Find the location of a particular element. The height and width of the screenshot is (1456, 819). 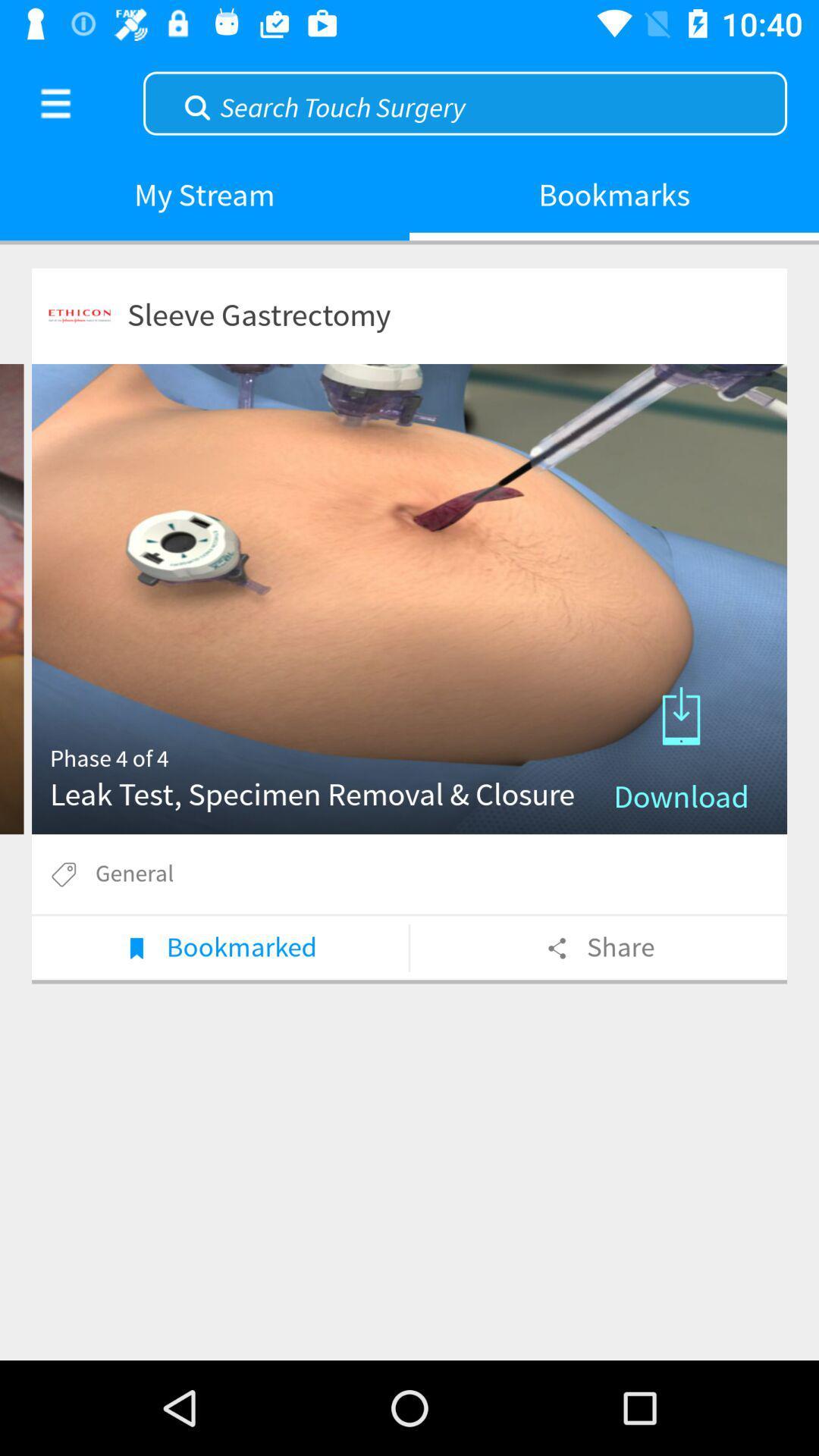

search keywords here is located at coordinates (464, 101).